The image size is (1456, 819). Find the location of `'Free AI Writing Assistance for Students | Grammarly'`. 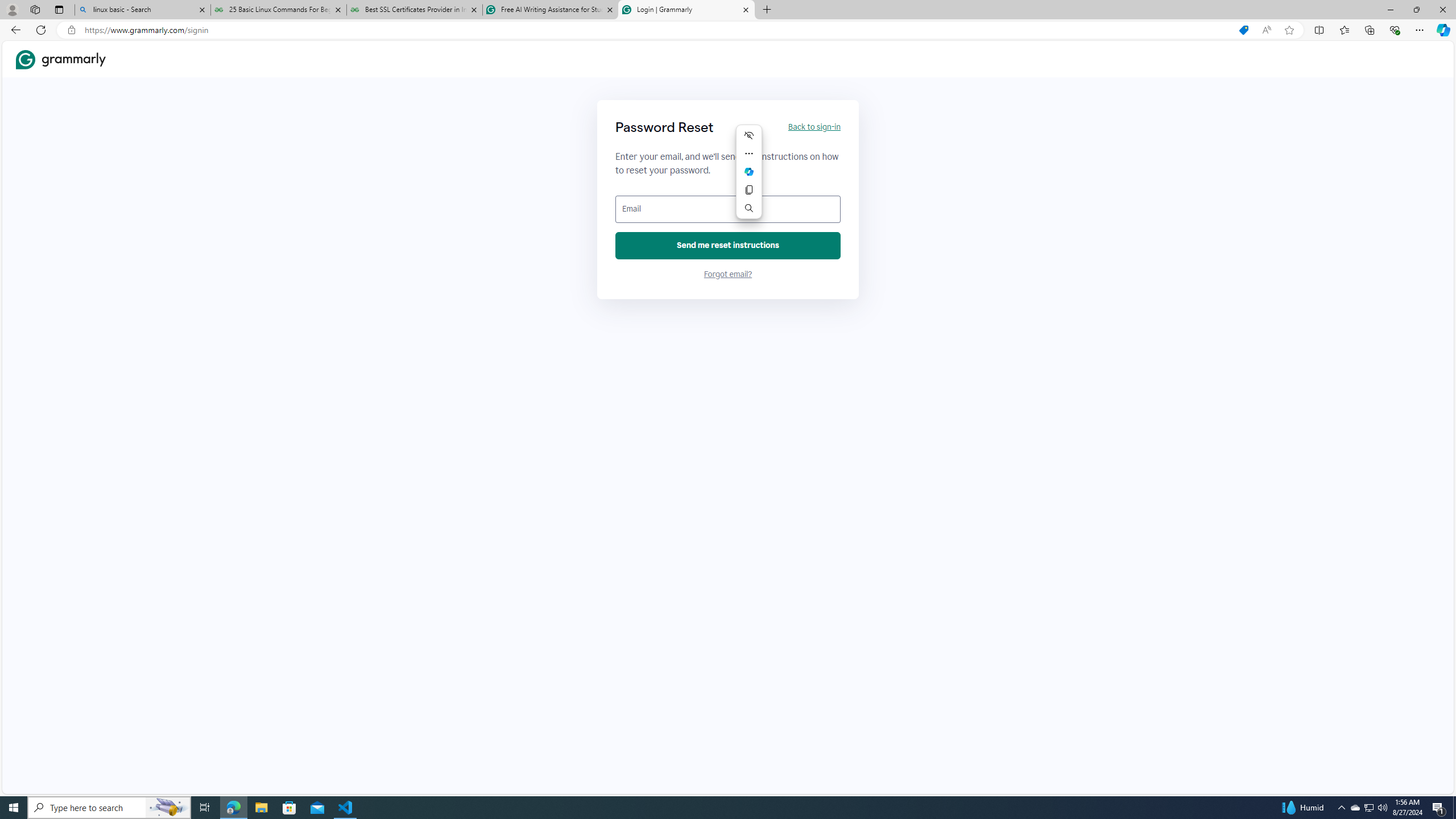

'Free AI Writing Assistance for Students | Grammarly' is located at coordinates (549, 9).